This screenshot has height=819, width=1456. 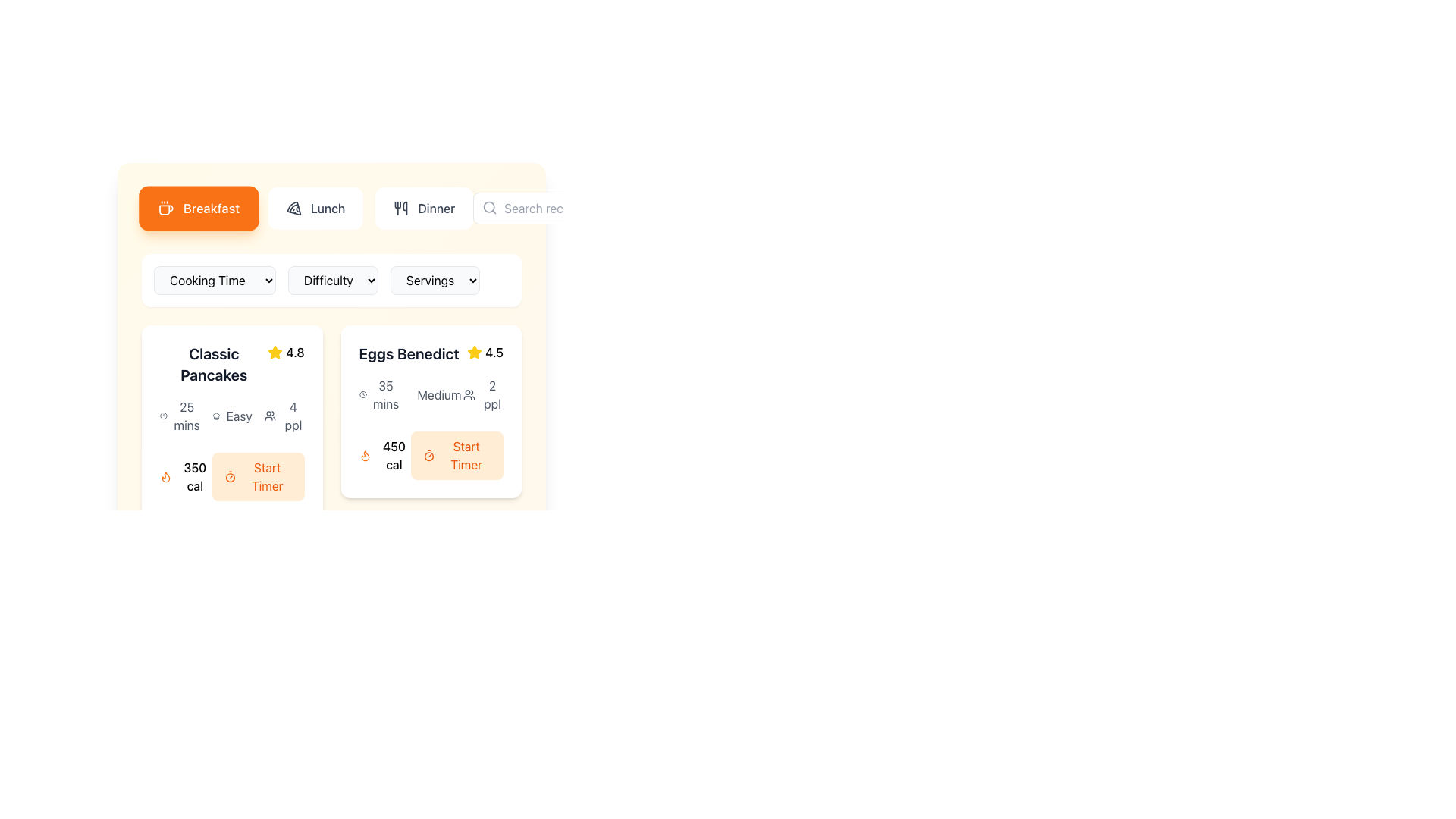 I want to click on the visual appearance of the yellow five-pointed star icon located in front of the numerical rating '4.6' on the 'Classic Pancakes' card, so click(x=275, y=564).